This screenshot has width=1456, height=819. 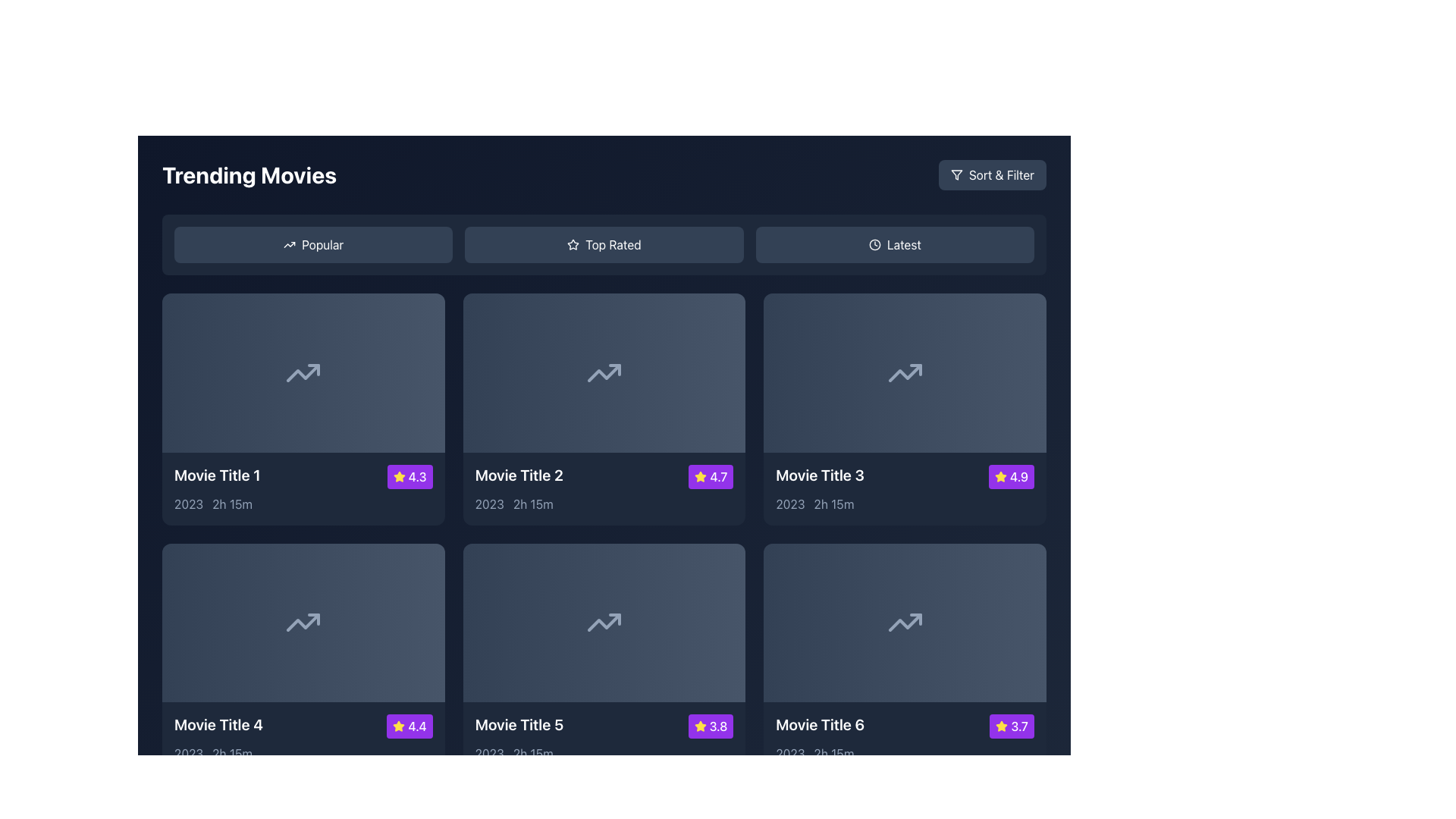 What do you see at coordinates (955, 174) in the screenshot?
I see `the 'Sort & Filter' button located in the top-right corner of the interface, which contains an SVG-based filtering icon represented by a funnel-like appearance` at bounding box center [955, 174].